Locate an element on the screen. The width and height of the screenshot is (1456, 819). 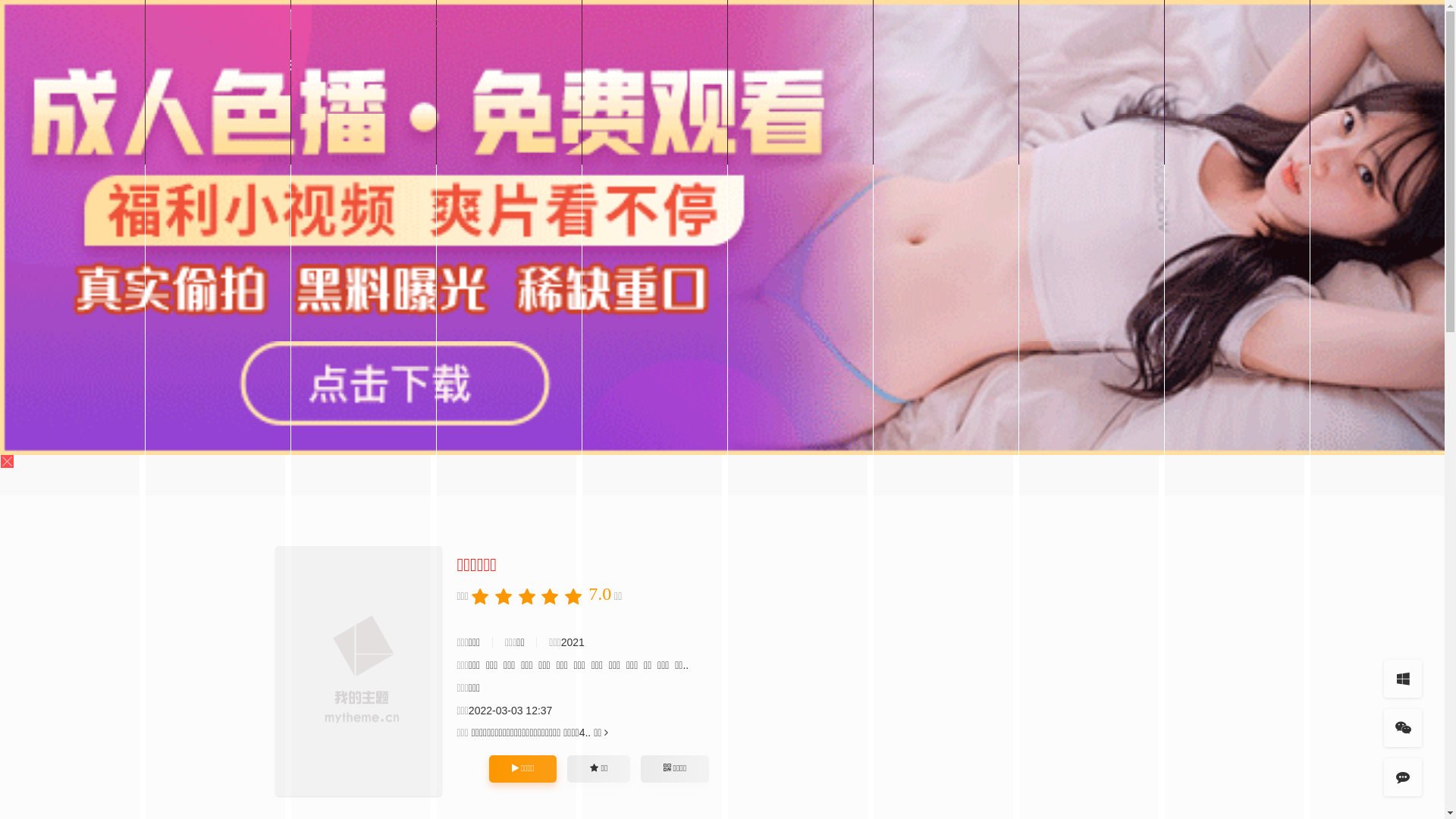
'2021' is located at coordinates (572, 642).